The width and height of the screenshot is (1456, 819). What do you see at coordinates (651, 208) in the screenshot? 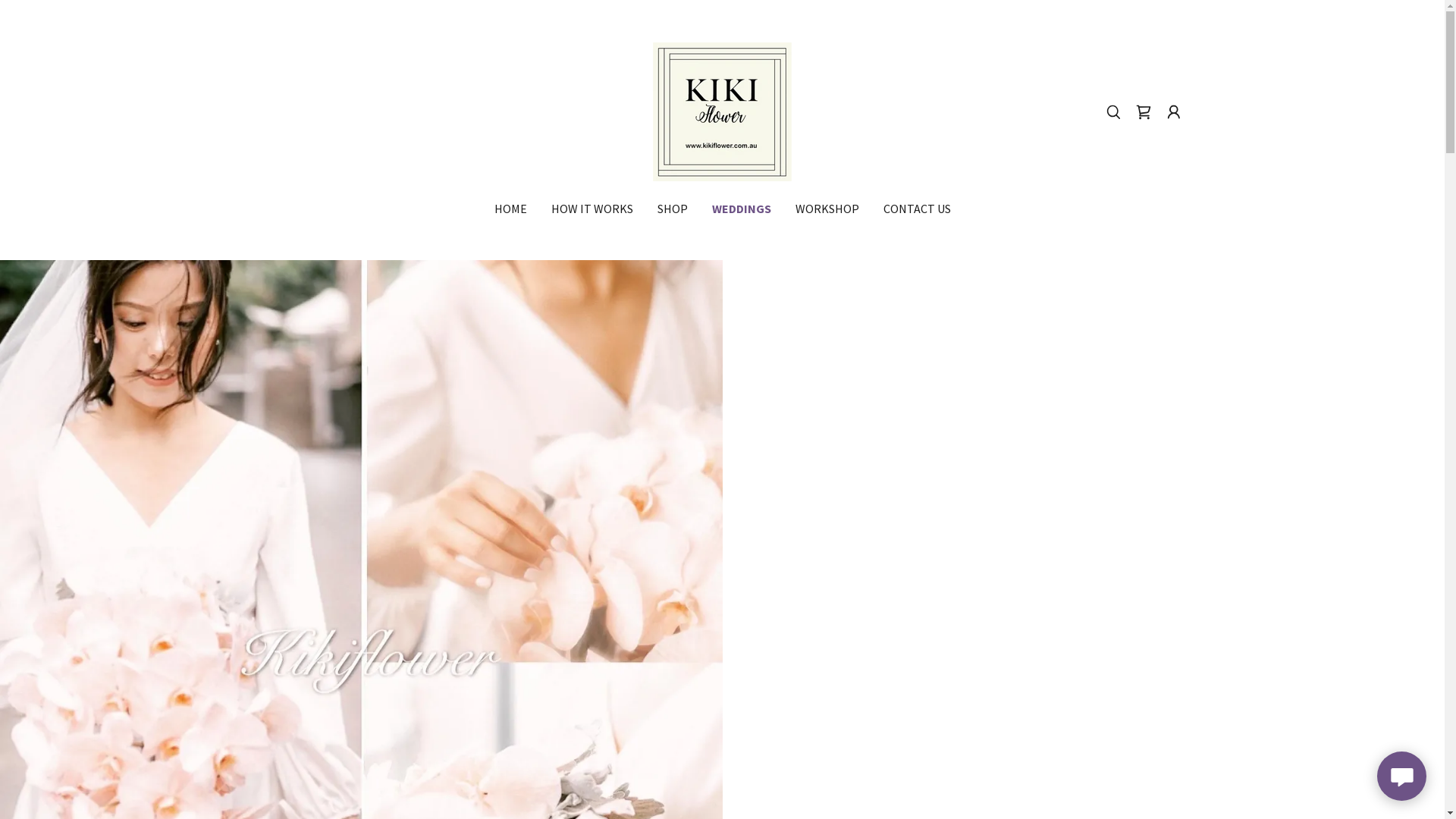
I see `'SHOP'` at bounding box center [651, 208].